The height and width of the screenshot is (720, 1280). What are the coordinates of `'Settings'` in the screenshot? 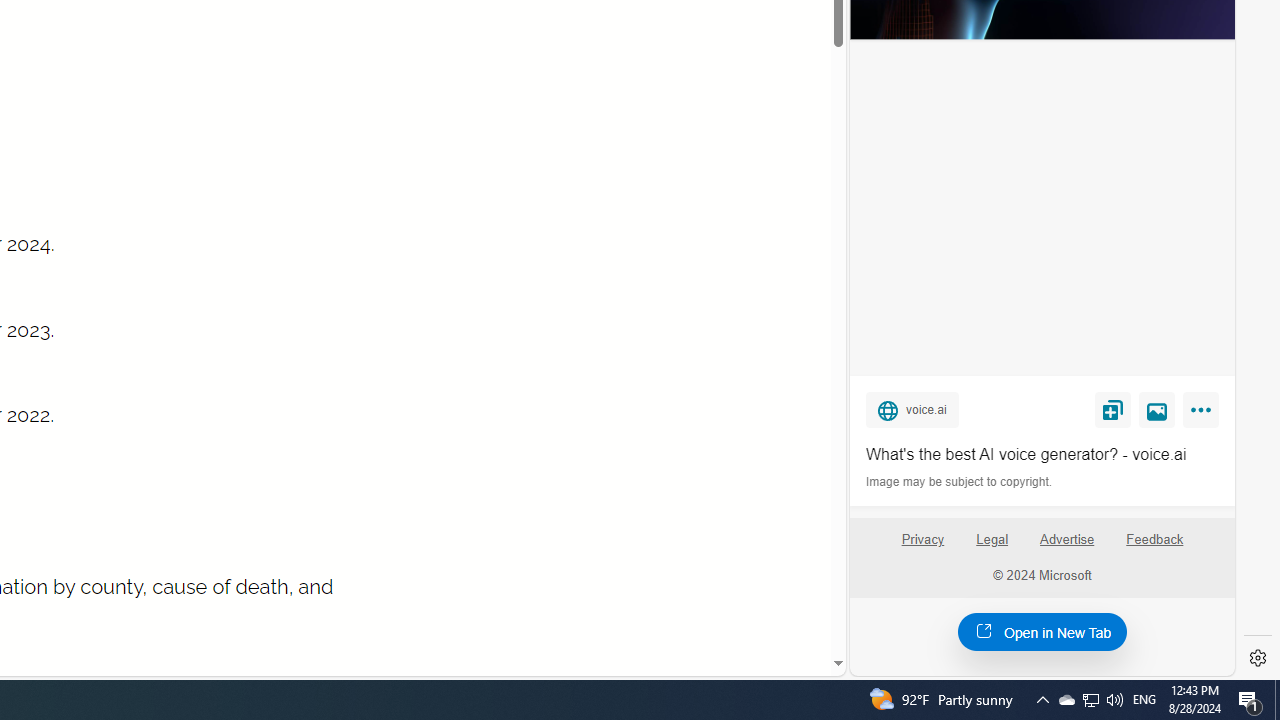 It's located at (1257, 658).